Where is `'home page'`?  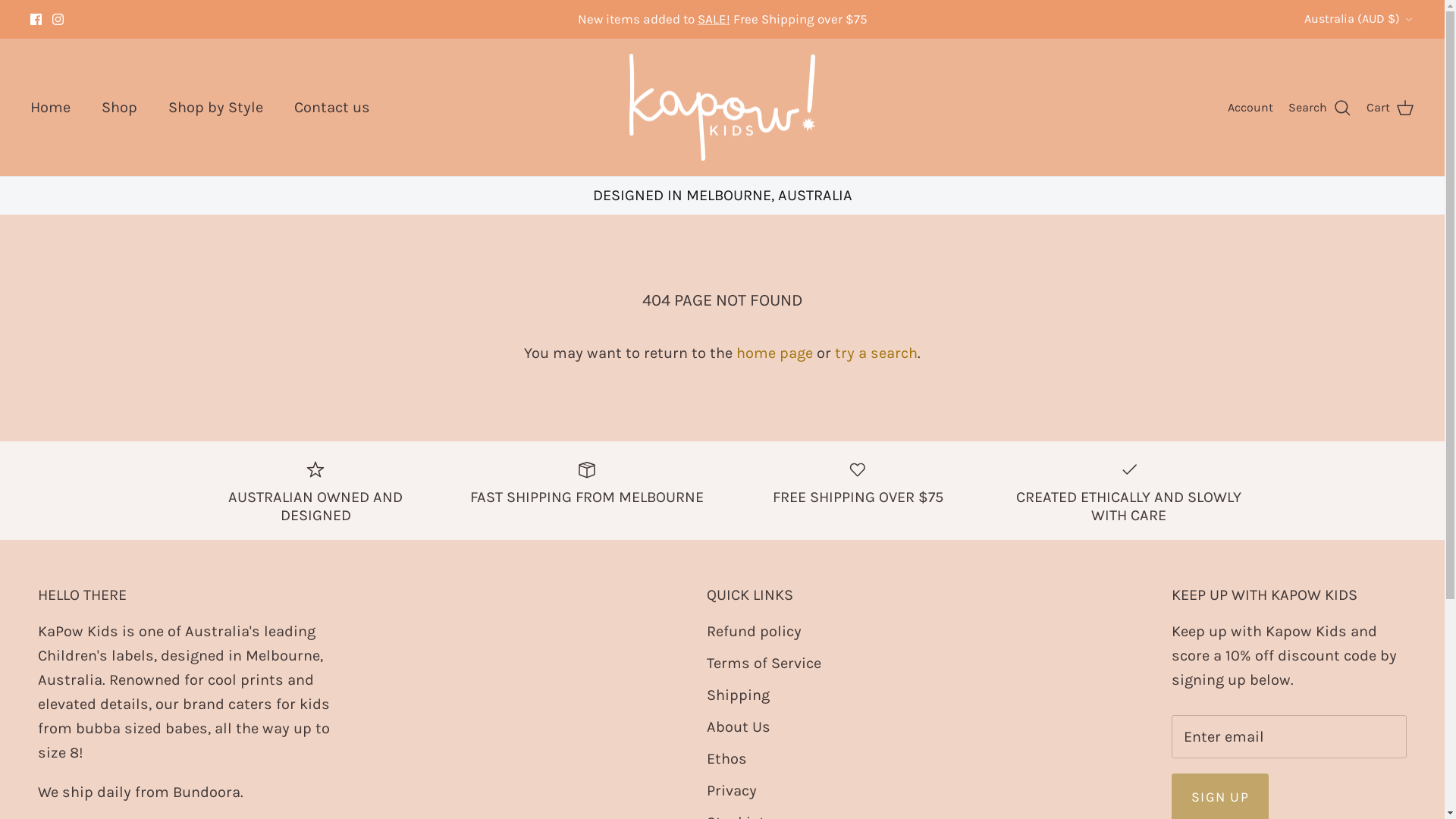 'home page' is located at coordinates (774, 353).